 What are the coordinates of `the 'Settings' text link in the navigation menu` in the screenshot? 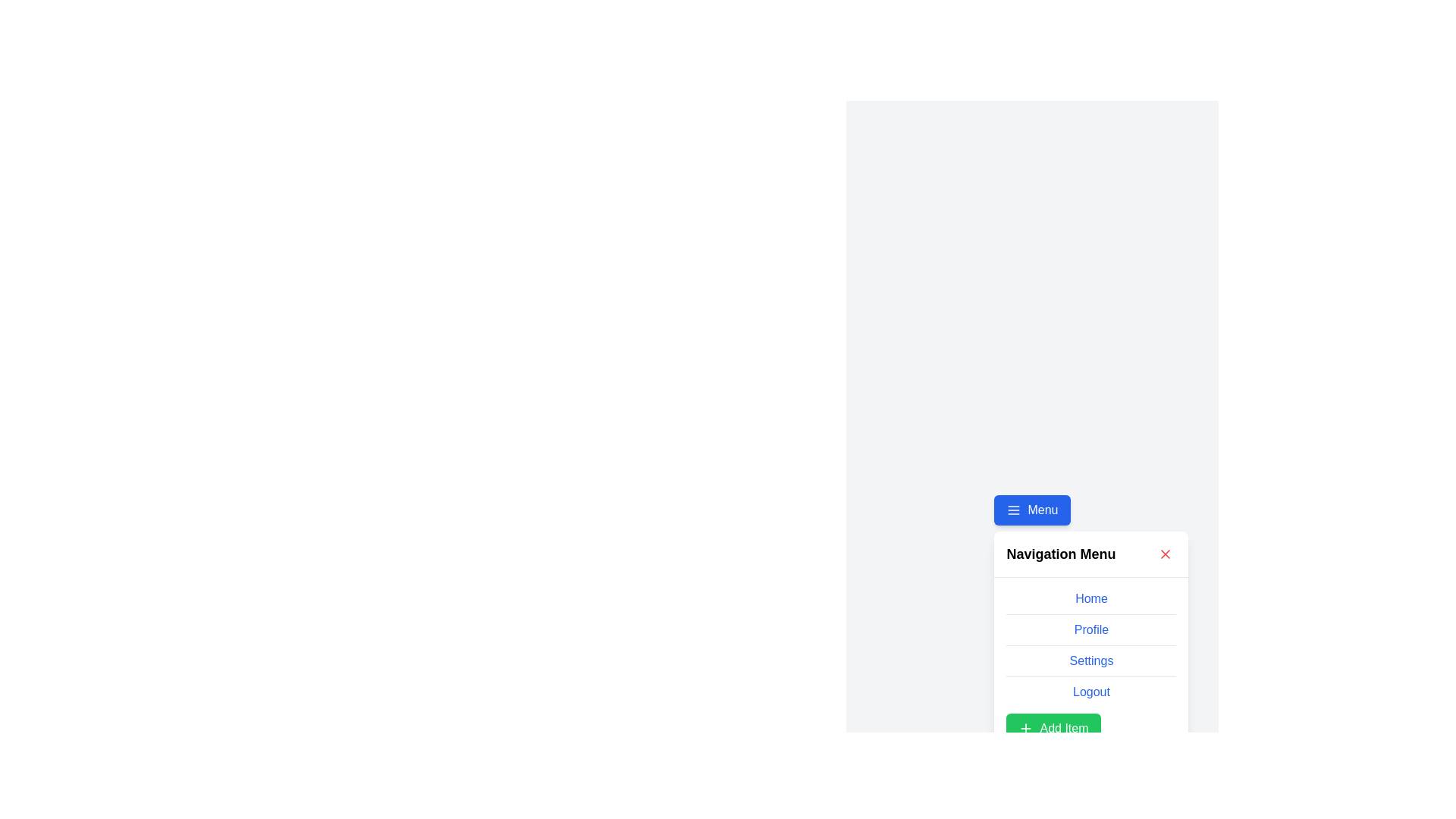 It's located at (1090, 664).